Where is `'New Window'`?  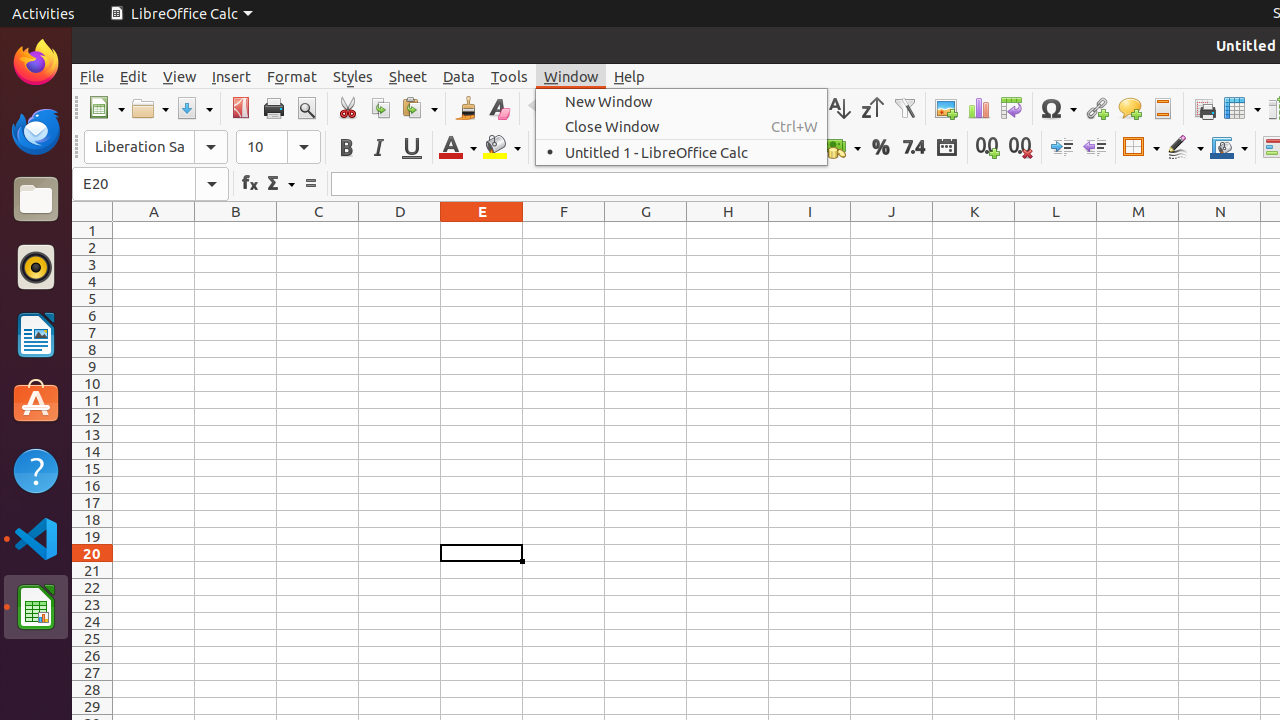
'New Window' is located at coordinates (681, 101).